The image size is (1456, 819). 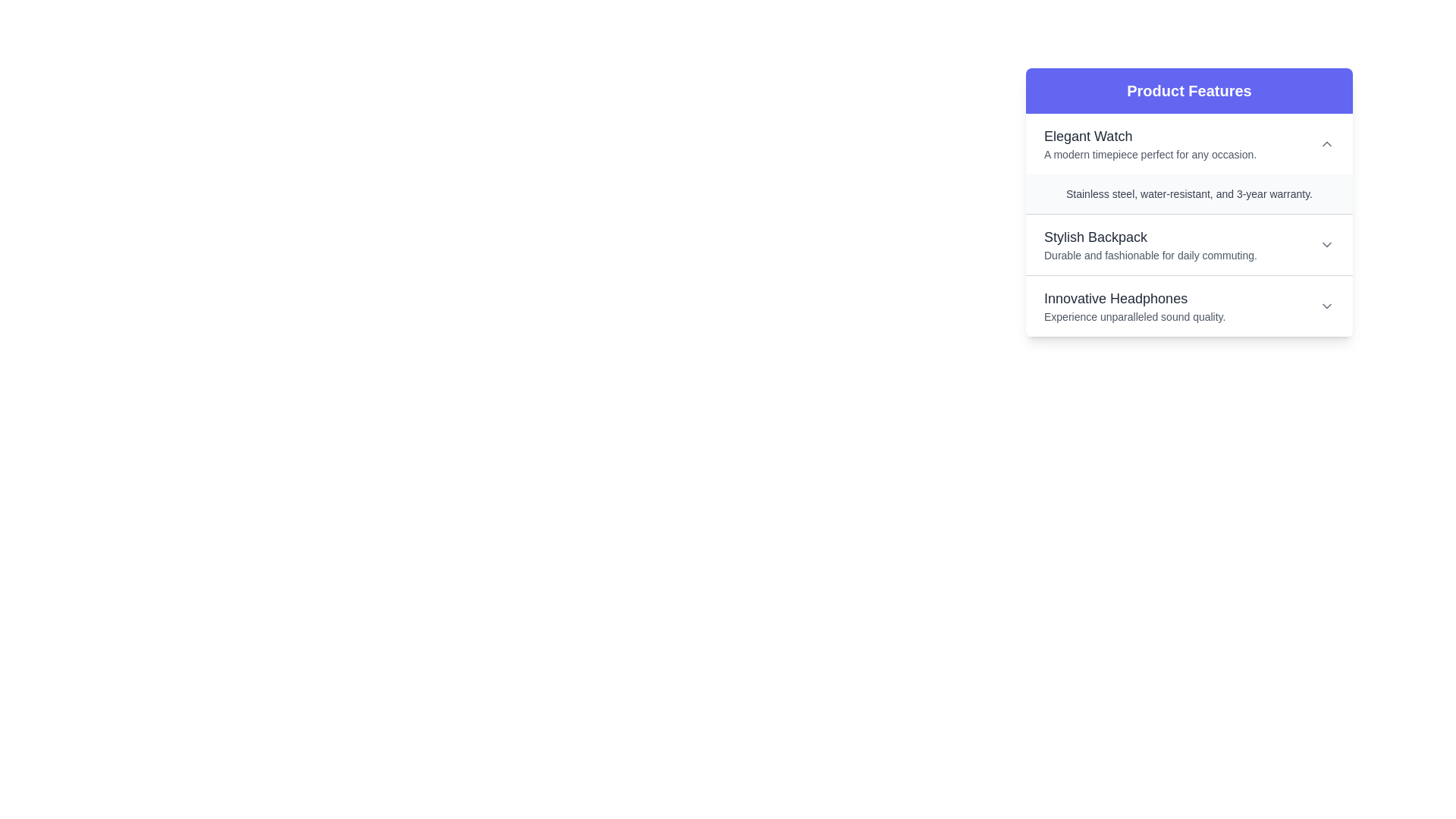 I want to click on the chevron-down icon indicating dropdown functionality, located to the right of 'Innovative Headphones' in the 'Product Features' section, so click(x=1326, y=306).